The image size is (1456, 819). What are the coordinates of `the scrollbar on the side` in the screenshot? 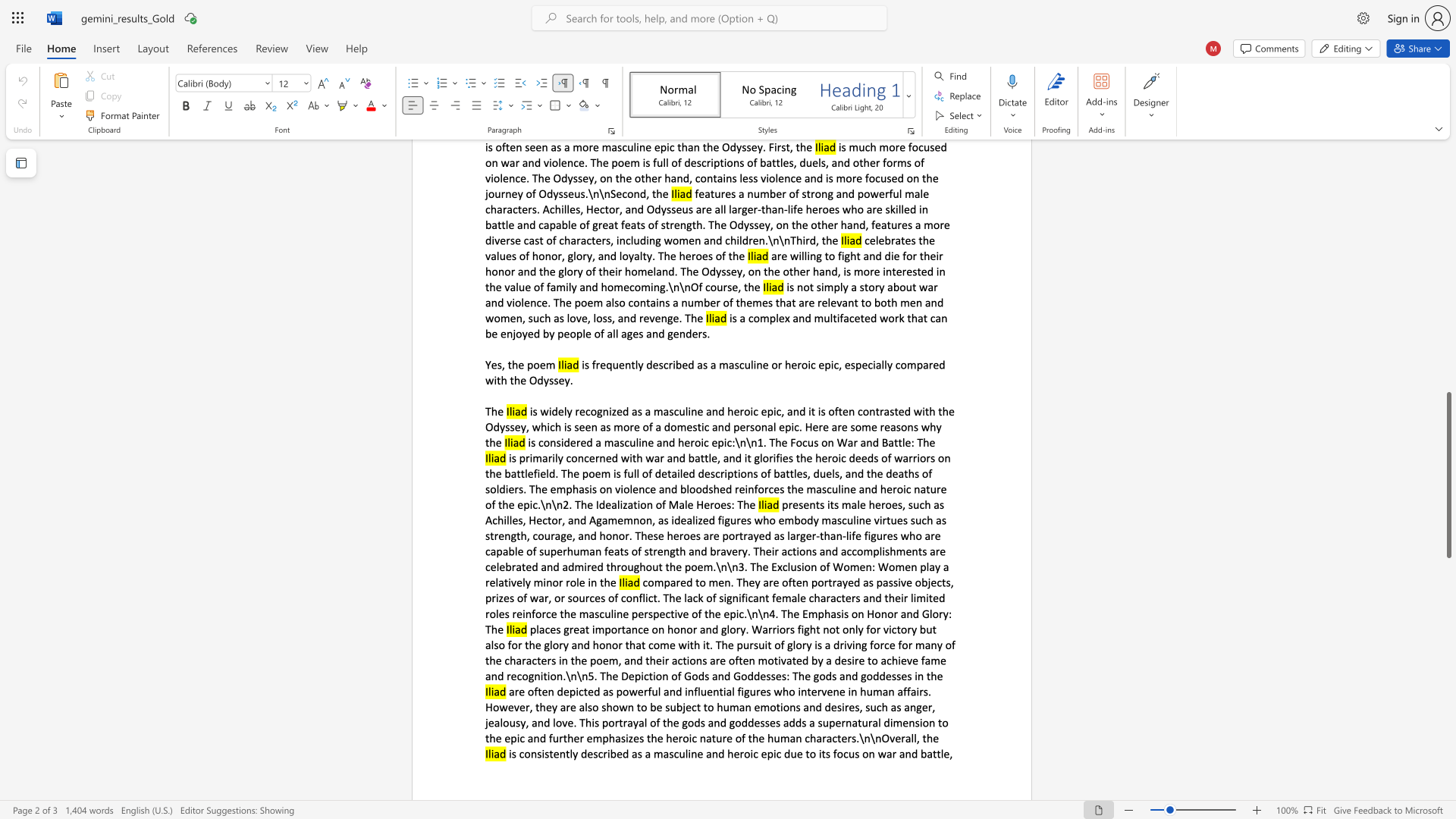 It's located at (1448, 378).